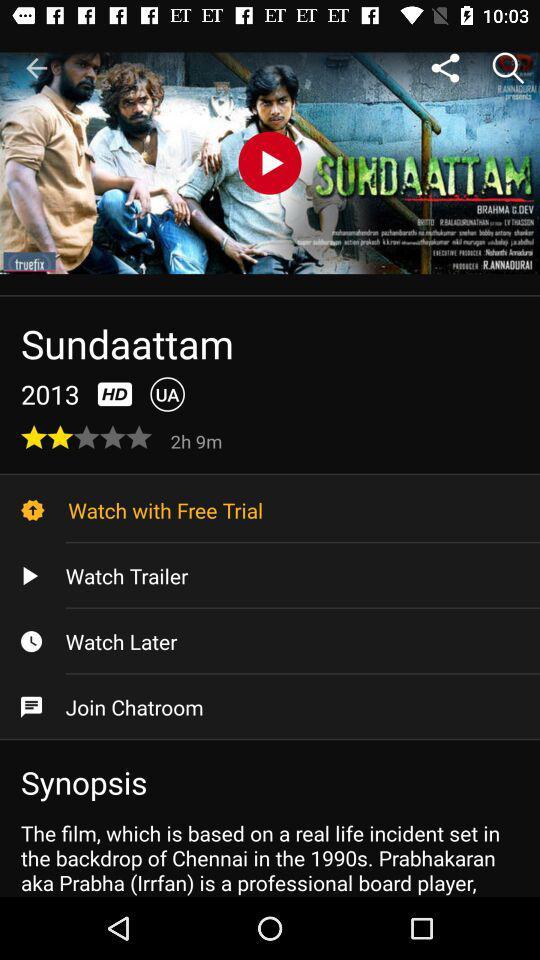 The width and height of the screenshot is (540, 960). Describe the element at coordinates (270, 640) in the screenshot. I see `the icon below watch trailer icon` at that location.